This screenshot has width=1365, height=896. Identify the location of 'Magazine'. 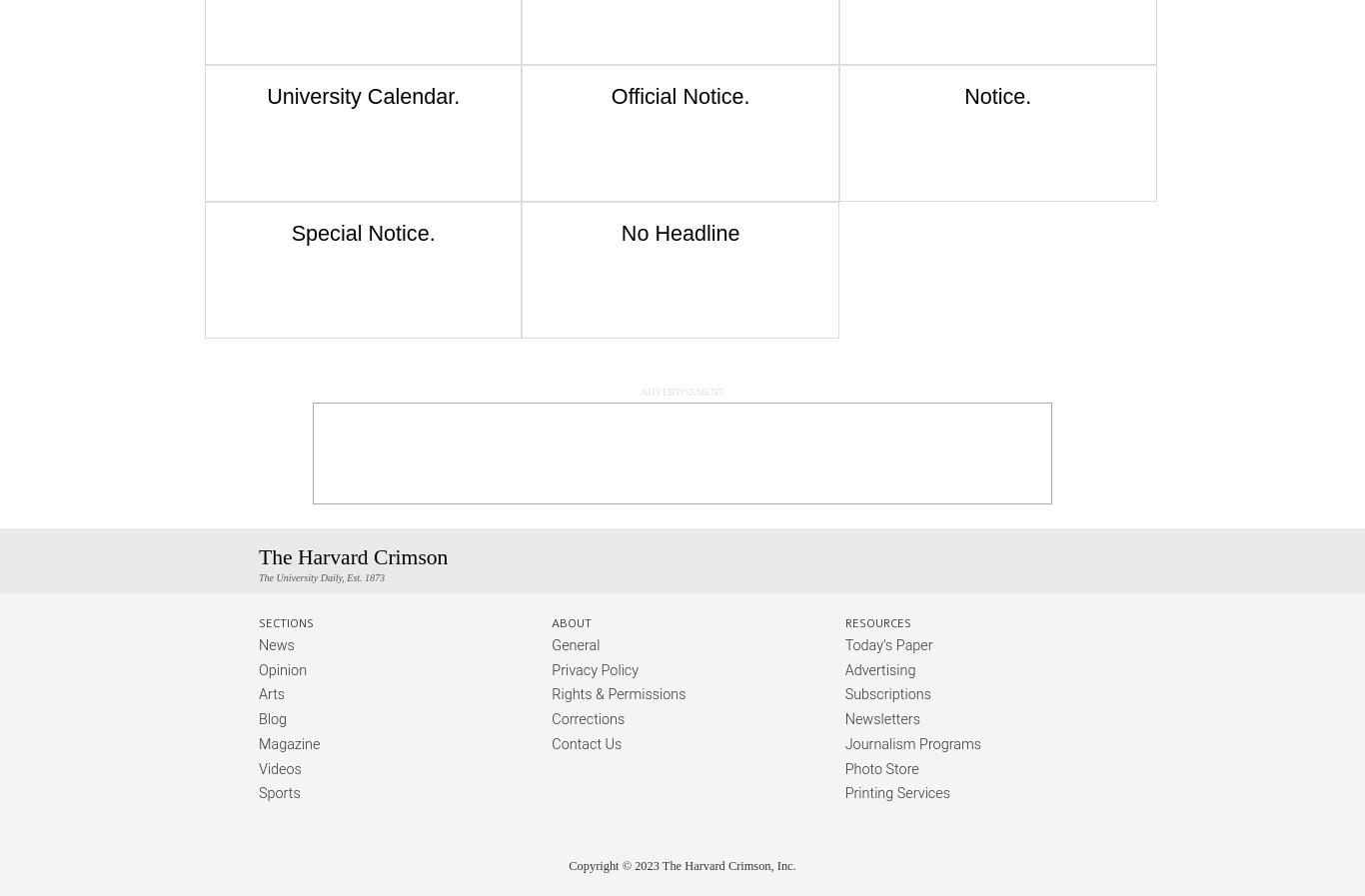
(289, 743).